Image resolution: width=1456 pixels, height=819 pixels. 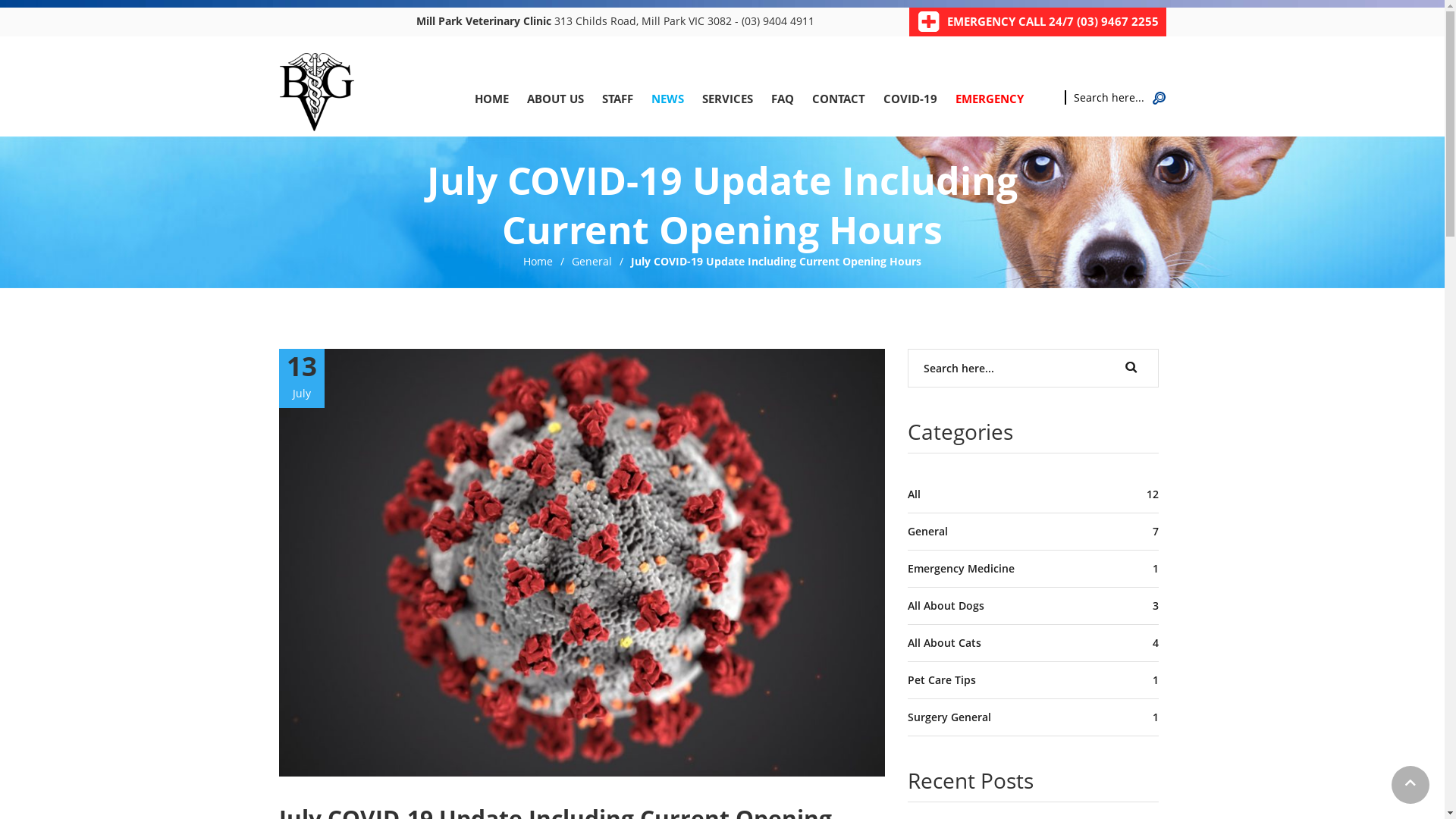 What do you see at coordinates (667, 99) in the screenshot?
I see `'NEWS'` at bounding box center [667, 99].